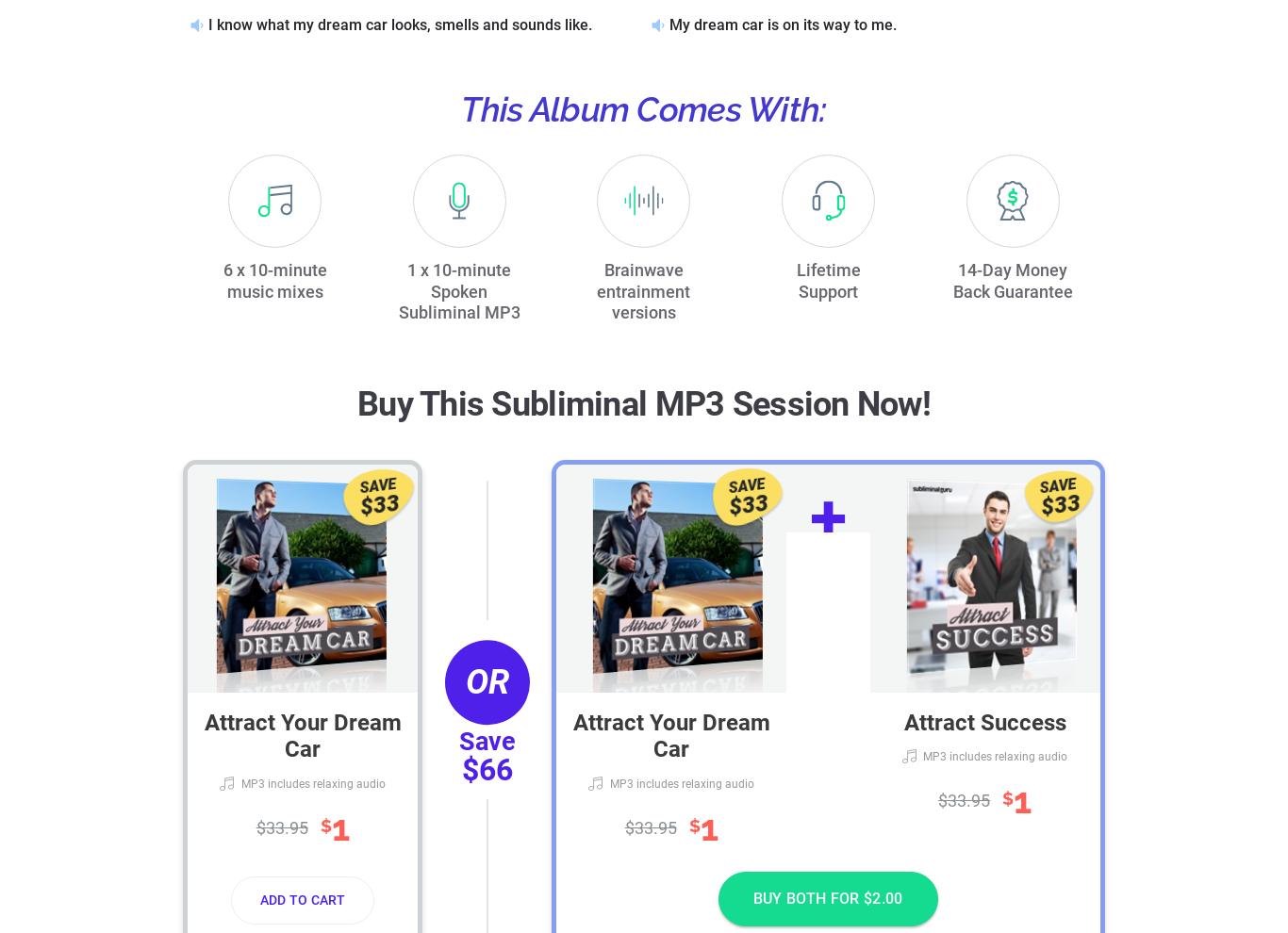 This screenshot has height=933, width=1288. I want to click on 'Buy Both for $2.00', so click(827, 898).